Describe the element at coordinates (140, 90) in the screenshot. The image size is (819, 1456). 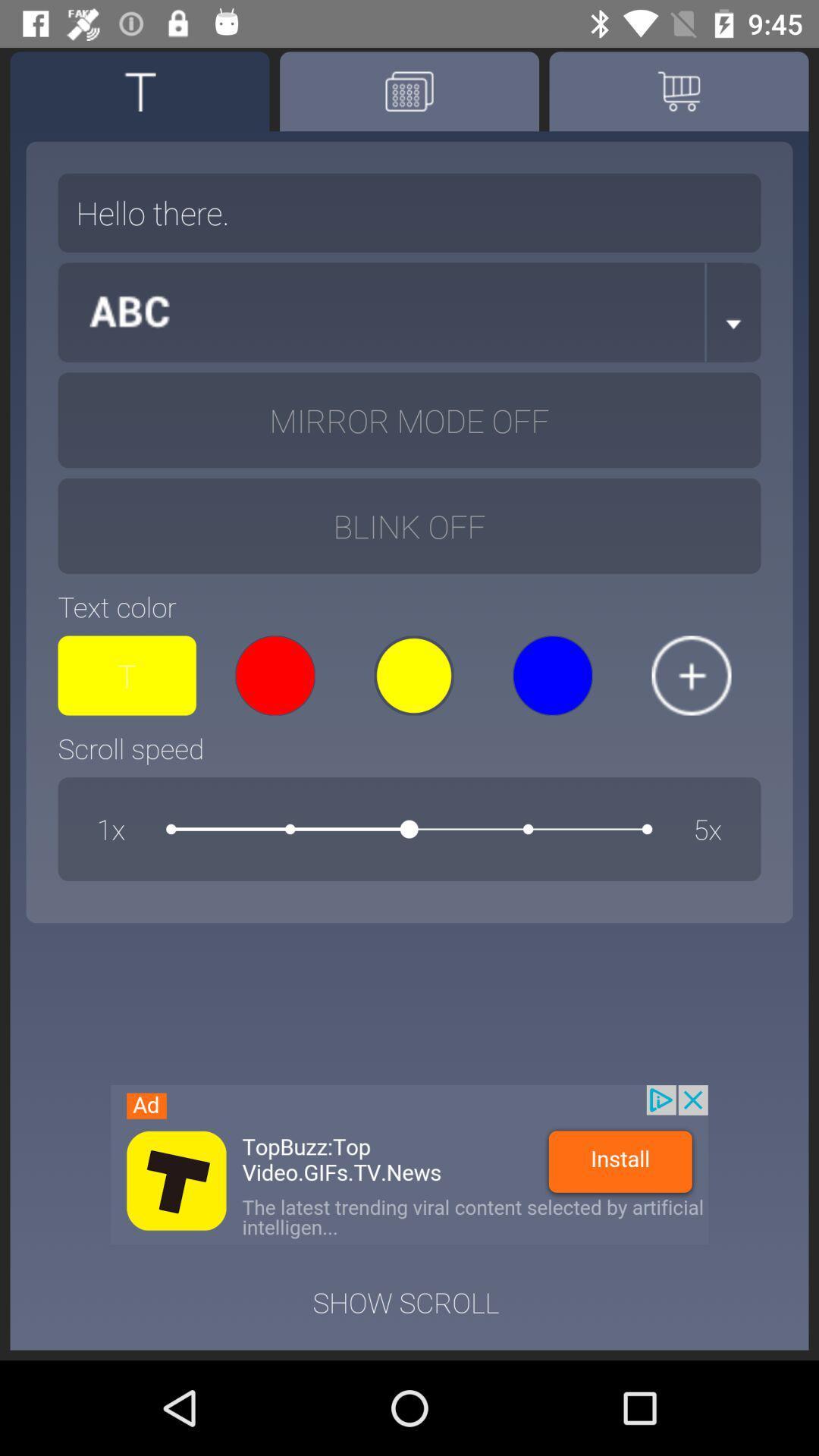
I see `tattie` at that location.